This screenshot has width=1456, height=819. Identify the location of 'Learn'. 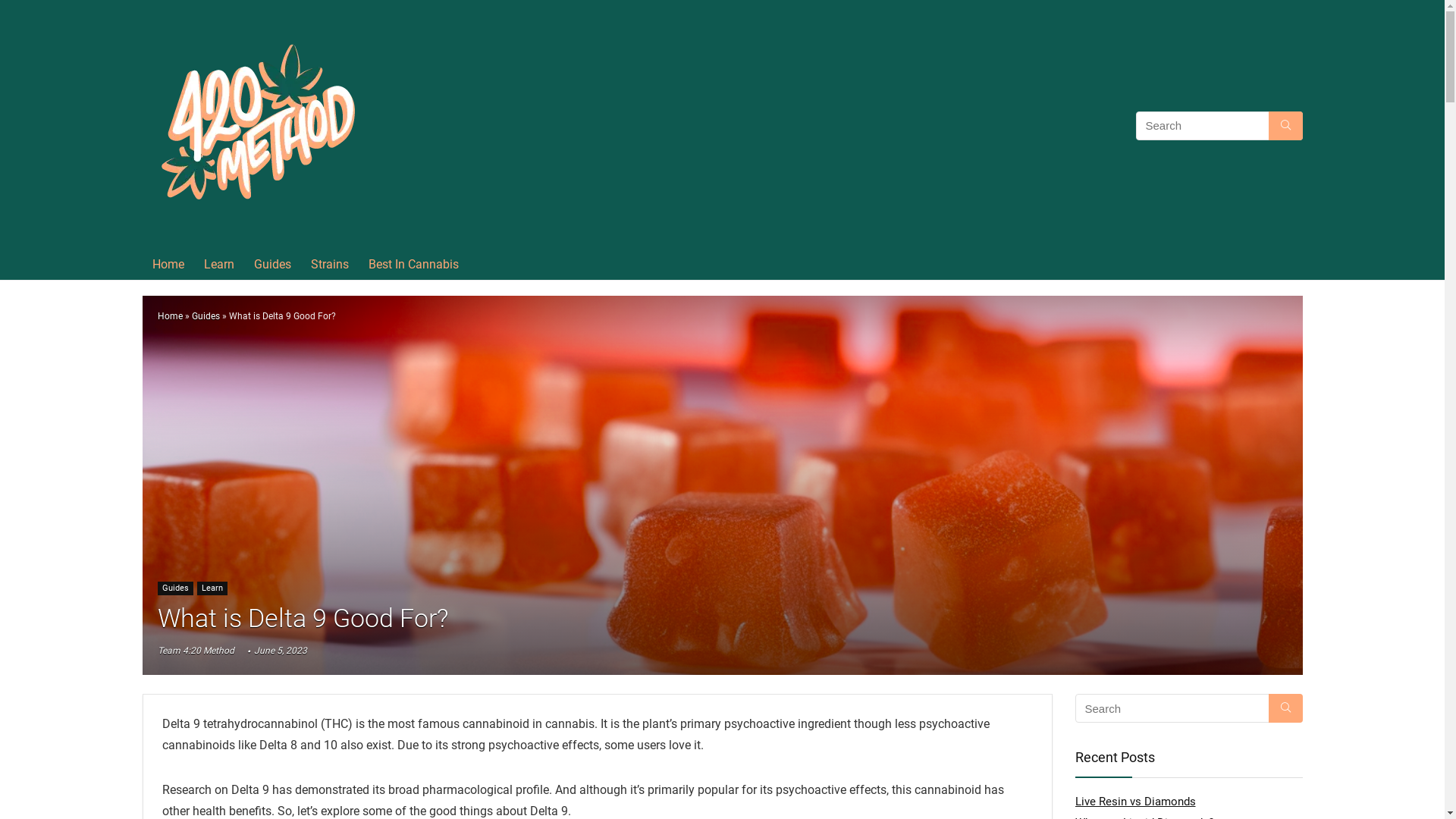
(193, 265).